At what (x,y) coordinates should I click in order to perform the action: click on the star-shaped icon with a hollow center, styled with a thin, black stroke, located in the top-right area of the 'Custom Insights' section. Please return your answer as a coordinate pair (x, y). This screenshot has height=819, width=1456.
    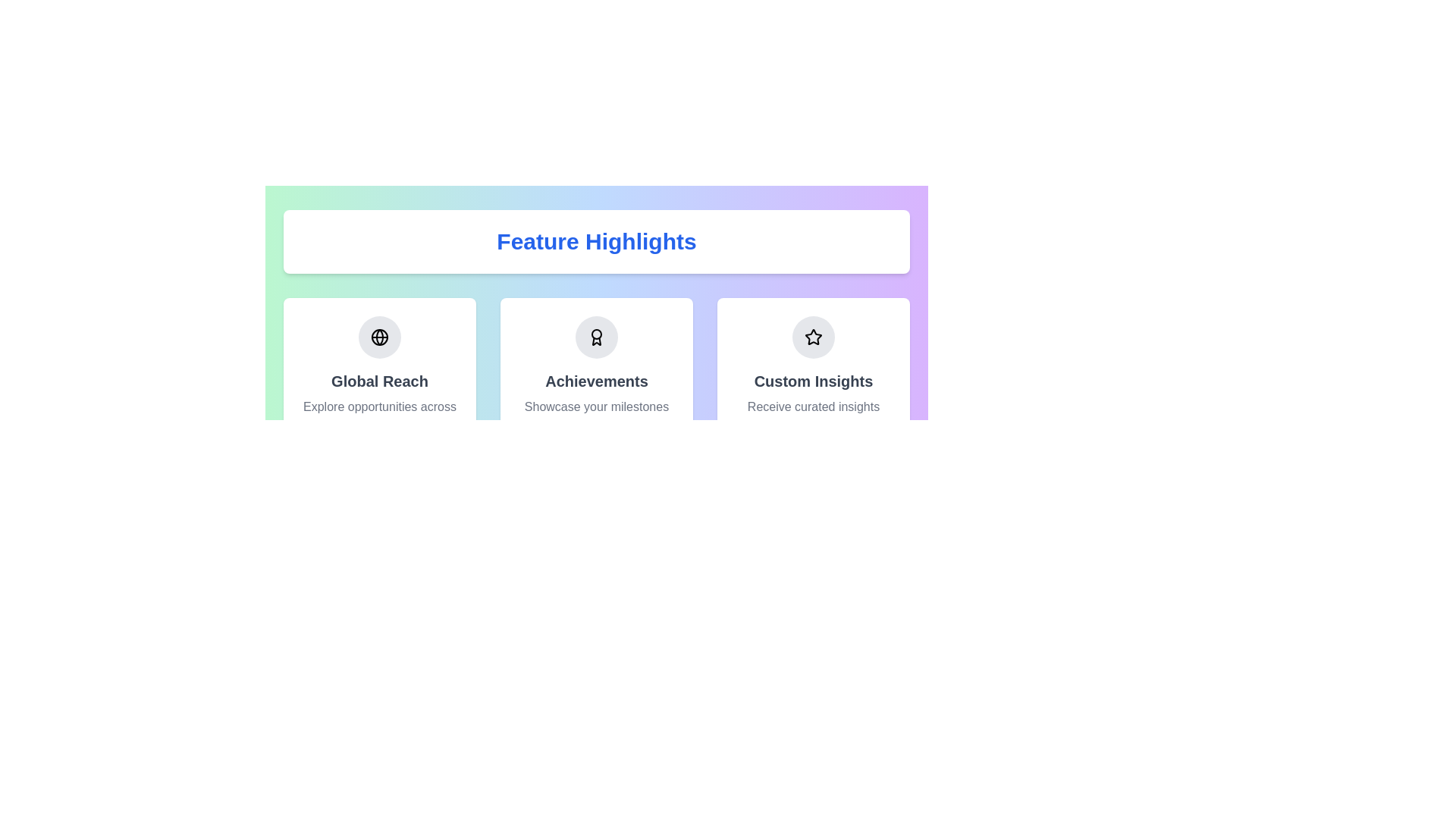
    Looking at the image, I should click on (813, 336).